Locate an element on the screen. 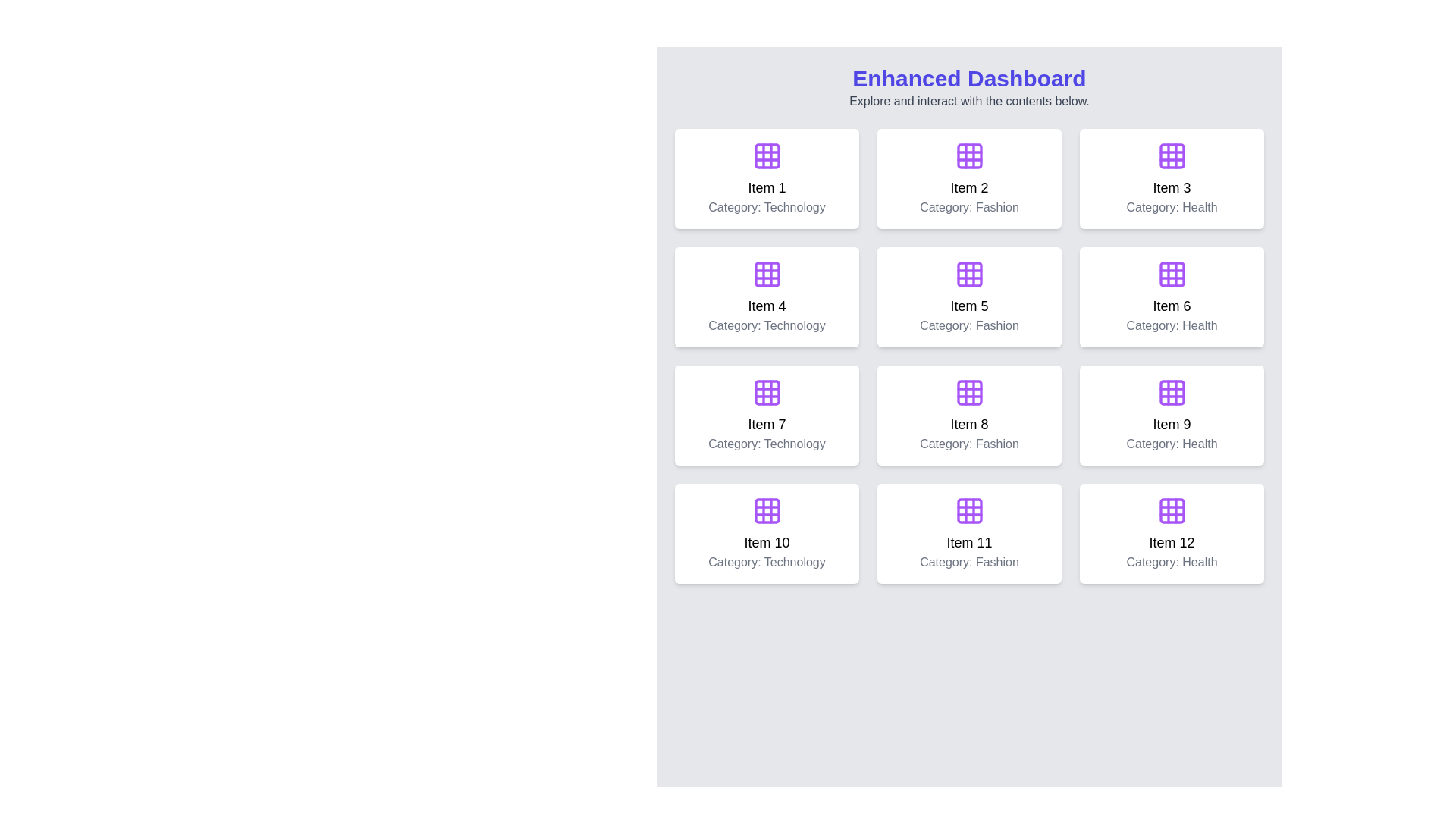 The image size is (1456, 819). the text label displaying 'Category: Health' which is centered at the bottom of the white card labeled 'Item 3' is located at coordinates (1171, 207).